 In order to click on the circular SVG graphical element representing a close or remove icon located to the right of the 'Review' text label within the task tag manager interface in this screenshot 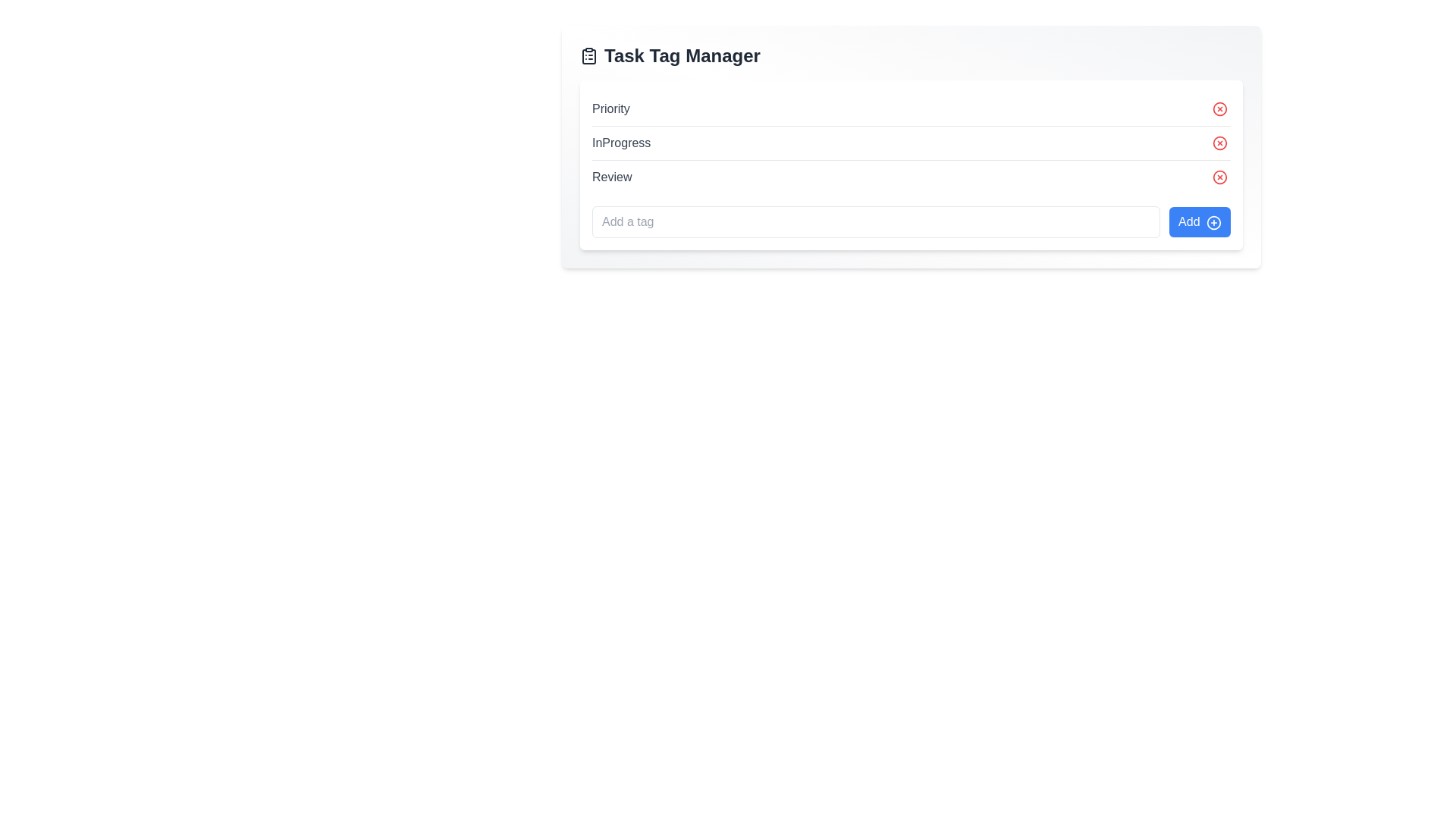, I will do `click(1219, 177)`.